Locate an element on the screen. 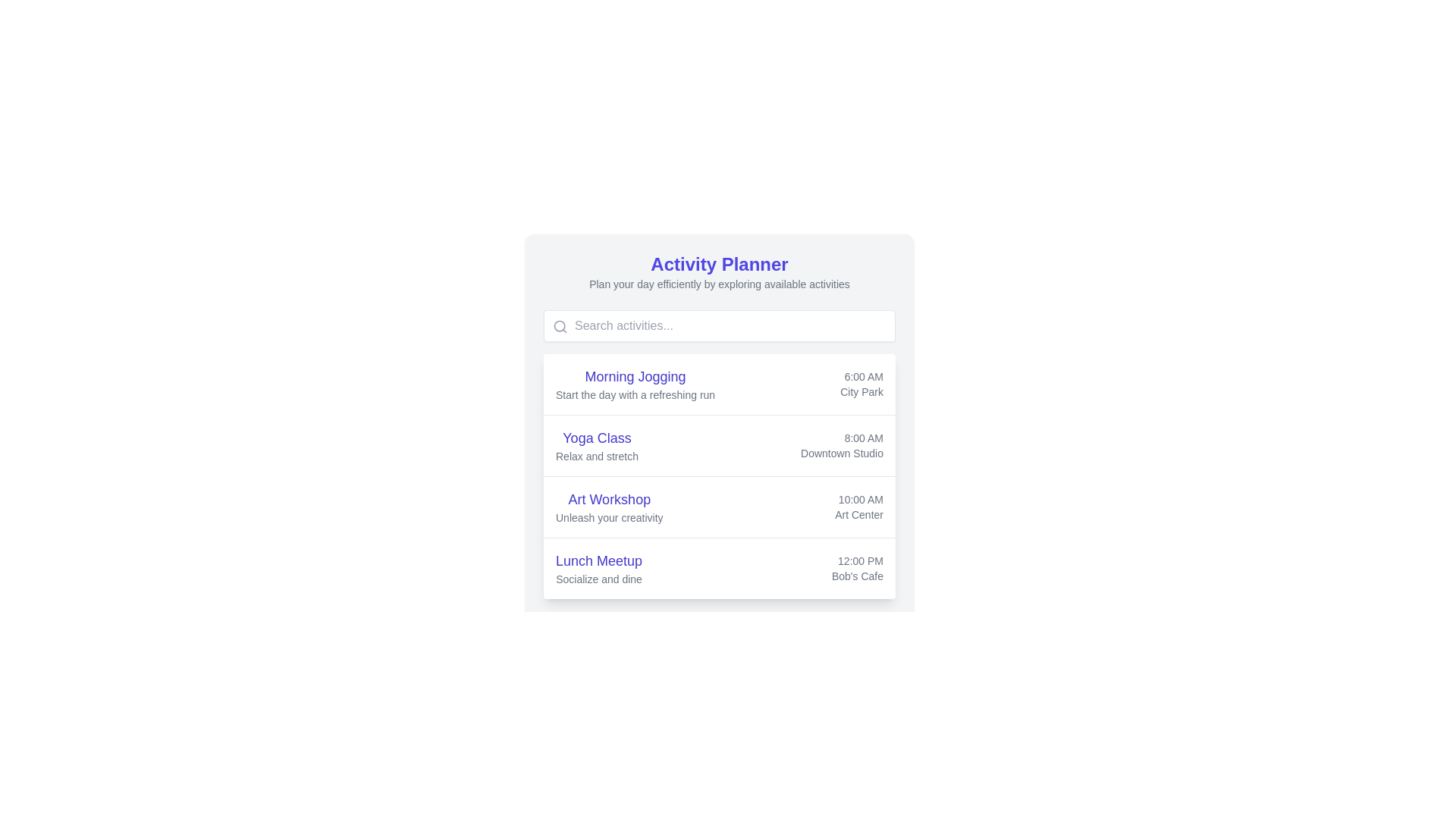 Image resolution: width=1456 pixels, height=819 pixels. the List item titled 'Morning Jogging' is located at coordinates (719, 383).